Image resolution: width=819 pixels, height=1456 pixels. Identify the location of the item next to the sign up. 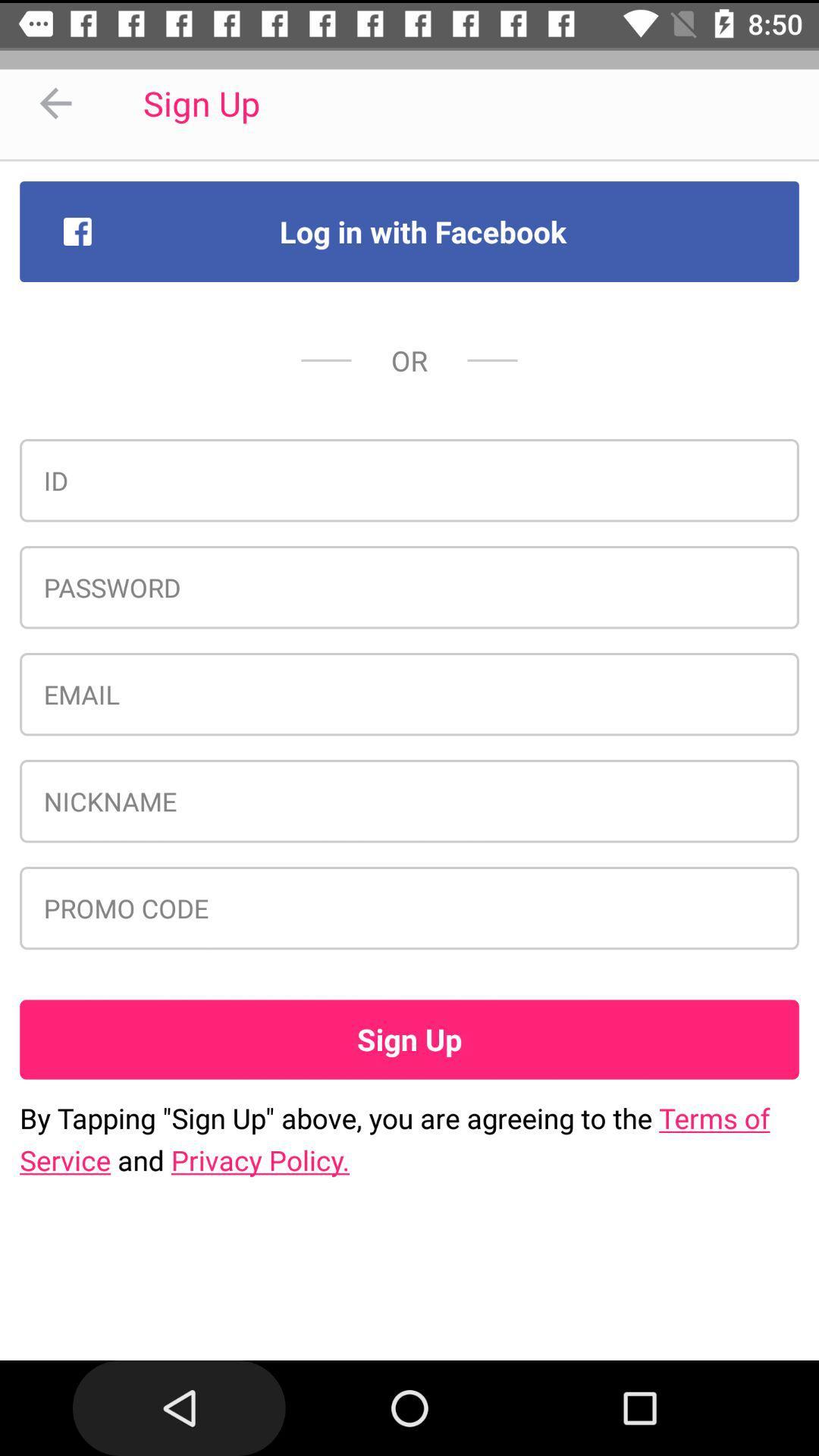
(55, 102).